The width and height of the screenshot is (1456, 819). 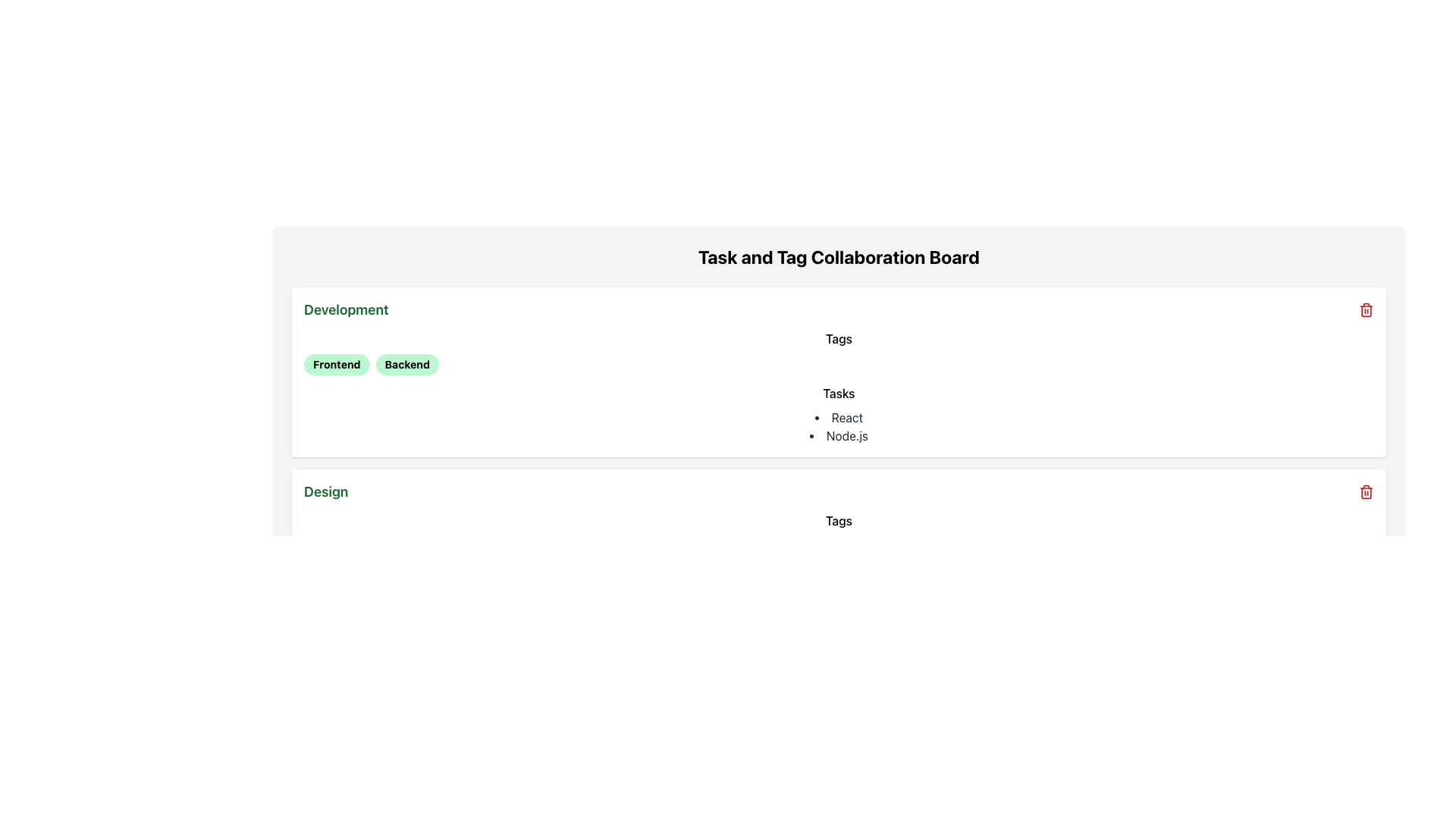 I want to click on the Bullet list containing task items 'React' and 'Node.js', which is located below the 'Tasks' header, so click(x=838, y=427).